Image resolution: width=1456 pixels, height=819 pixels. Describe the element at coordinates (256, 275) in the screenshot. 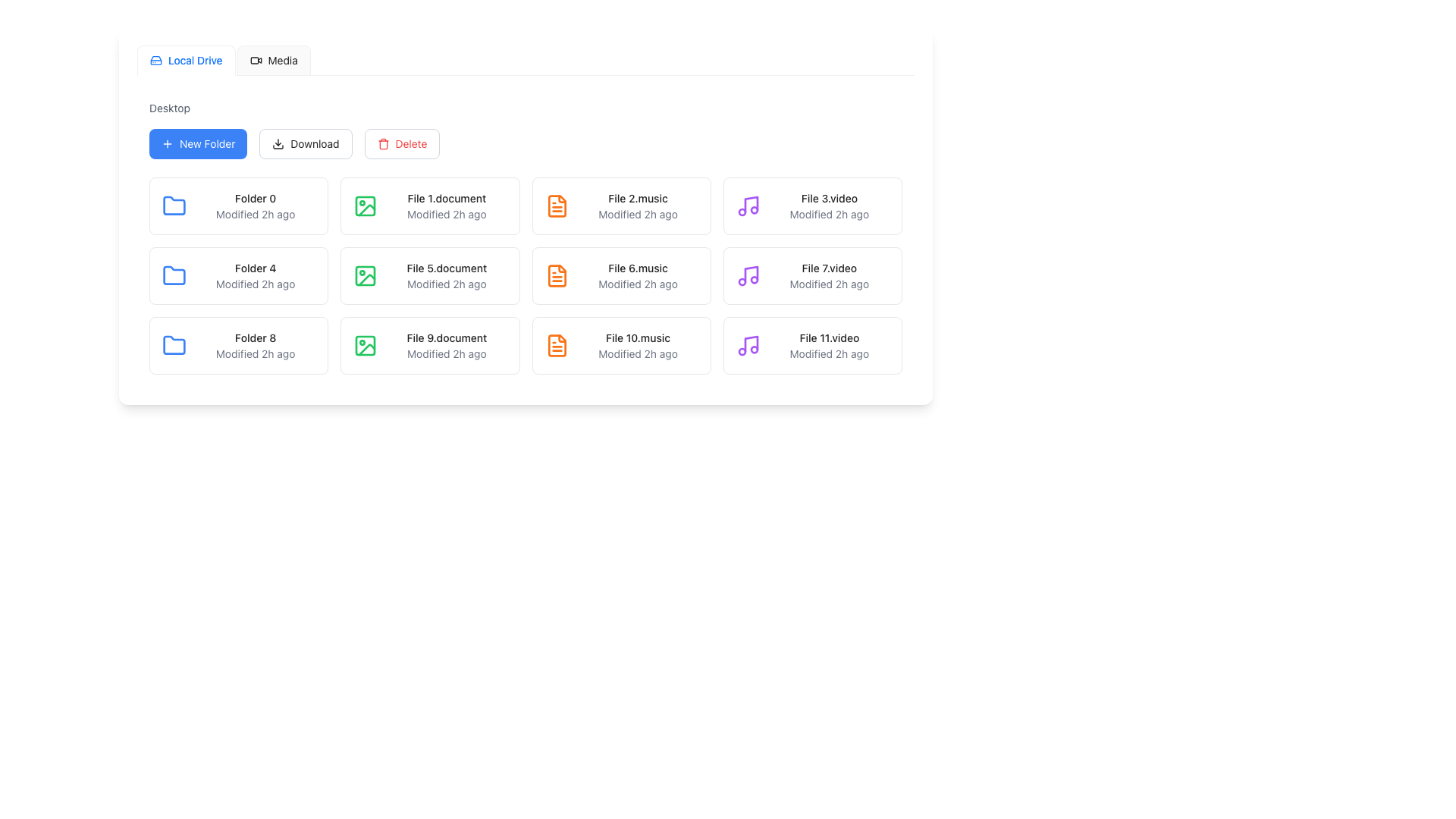

I see `the text block representing the folder named 'Folder 4', which displays the last modification time '2 hours ago'` at that location.